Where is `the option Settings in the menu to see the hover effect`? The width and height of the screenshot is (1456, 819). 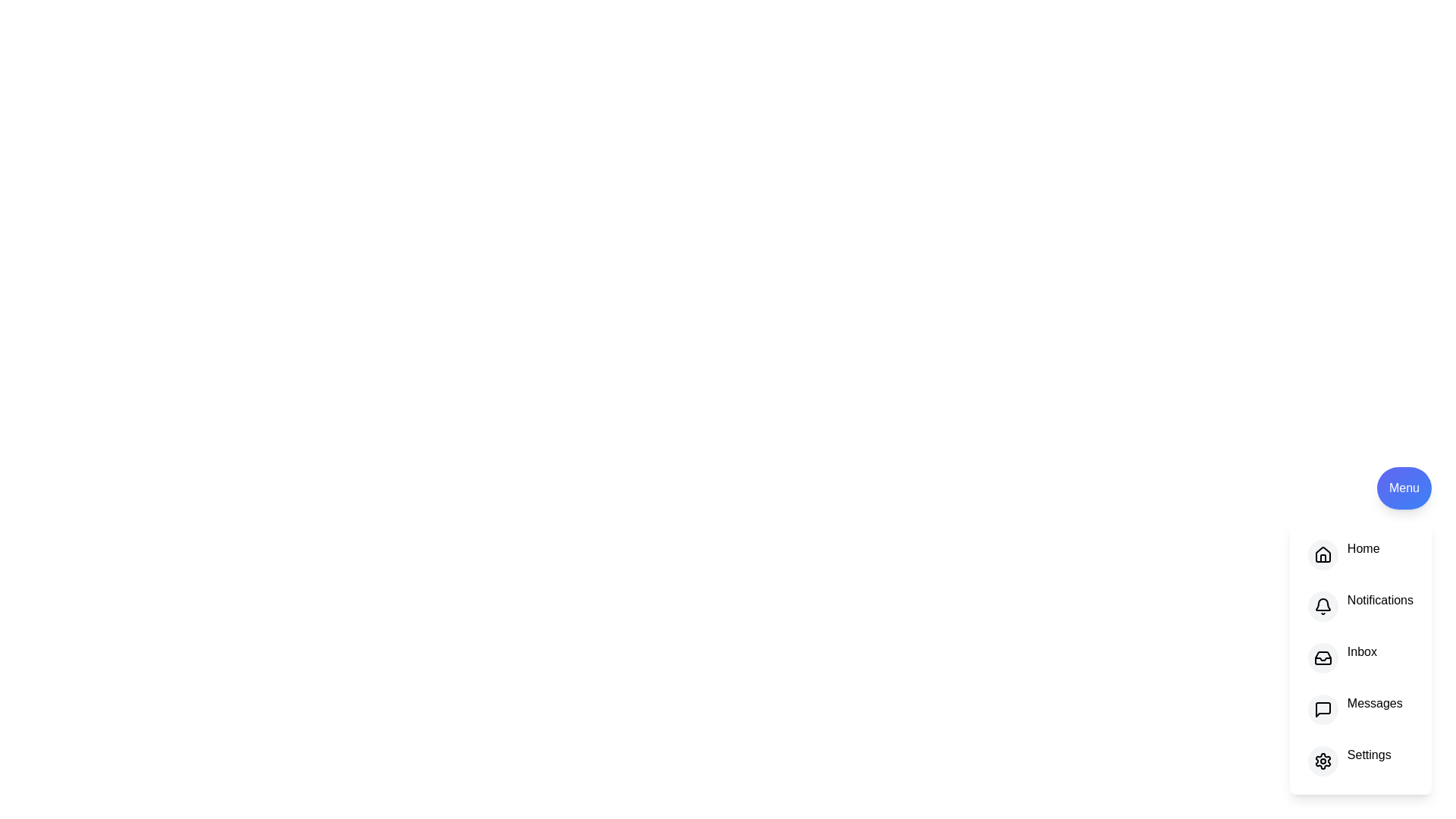 the option Settings in the menu to see the hover effect is located at coordinates (1360, 761).